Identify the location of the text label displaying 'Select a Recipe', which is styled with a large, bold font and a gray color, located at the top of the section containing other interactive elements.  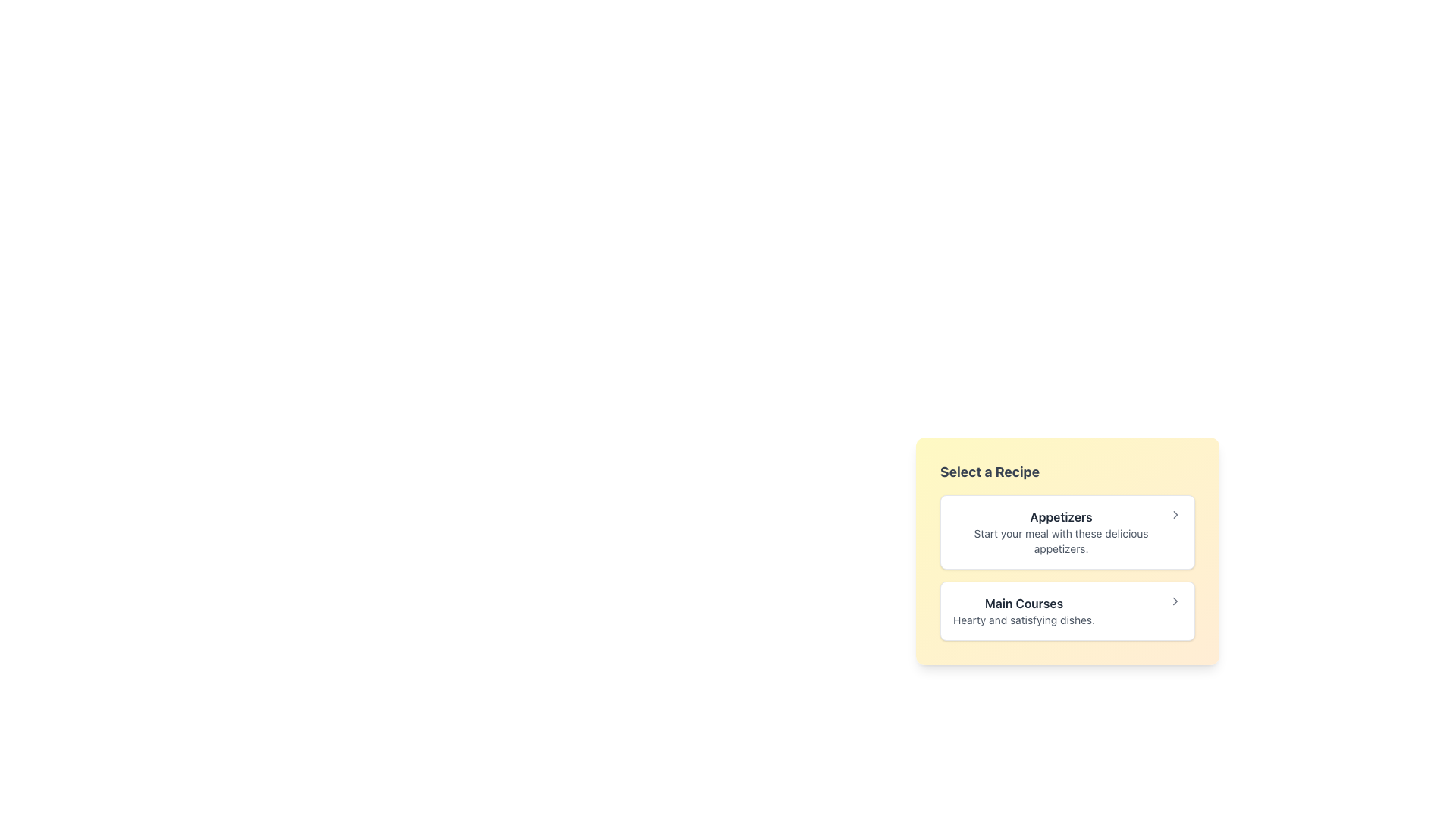
(990, 472).